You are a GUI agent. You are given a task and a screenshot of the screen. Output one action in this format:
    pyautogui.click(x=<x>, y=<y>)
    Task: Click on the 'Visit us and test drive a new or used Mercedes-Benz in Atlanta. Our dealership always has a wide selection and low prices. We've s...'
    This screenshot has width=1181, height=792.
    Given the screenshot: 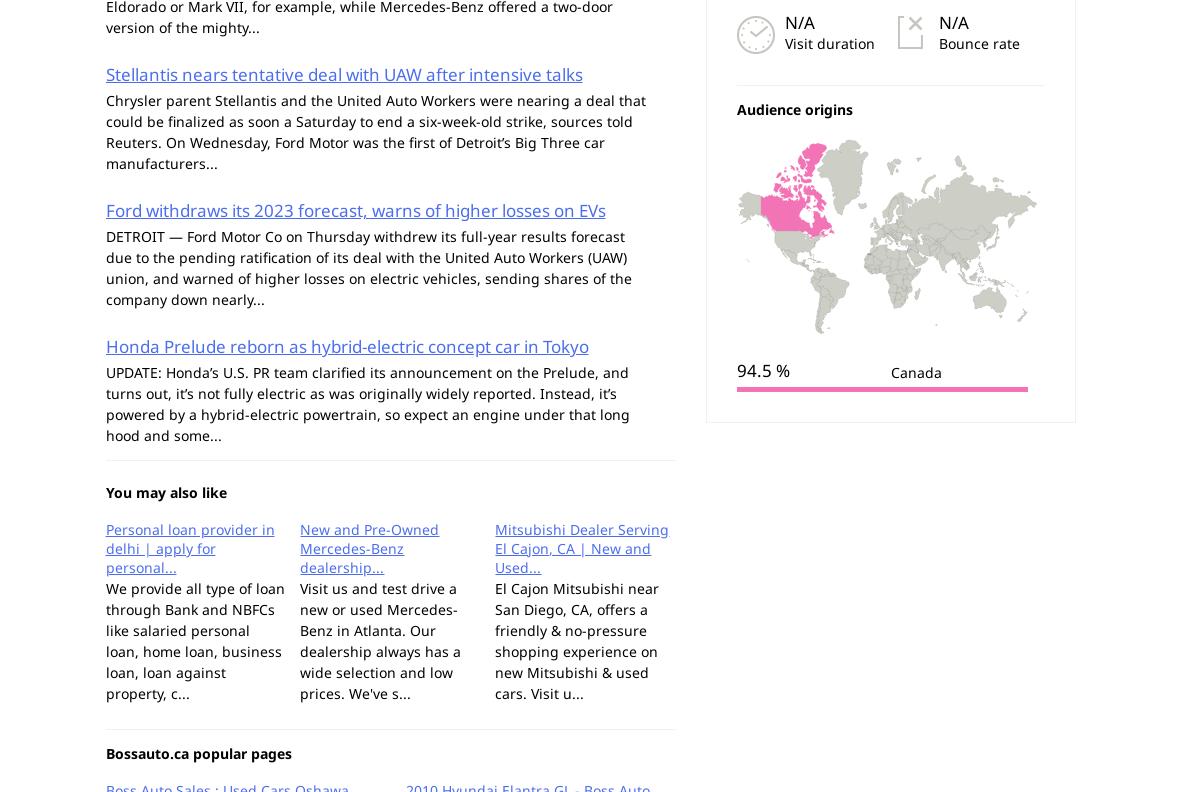 What is the action you would take?
    pyautogui.click(x=298, y=639)
    